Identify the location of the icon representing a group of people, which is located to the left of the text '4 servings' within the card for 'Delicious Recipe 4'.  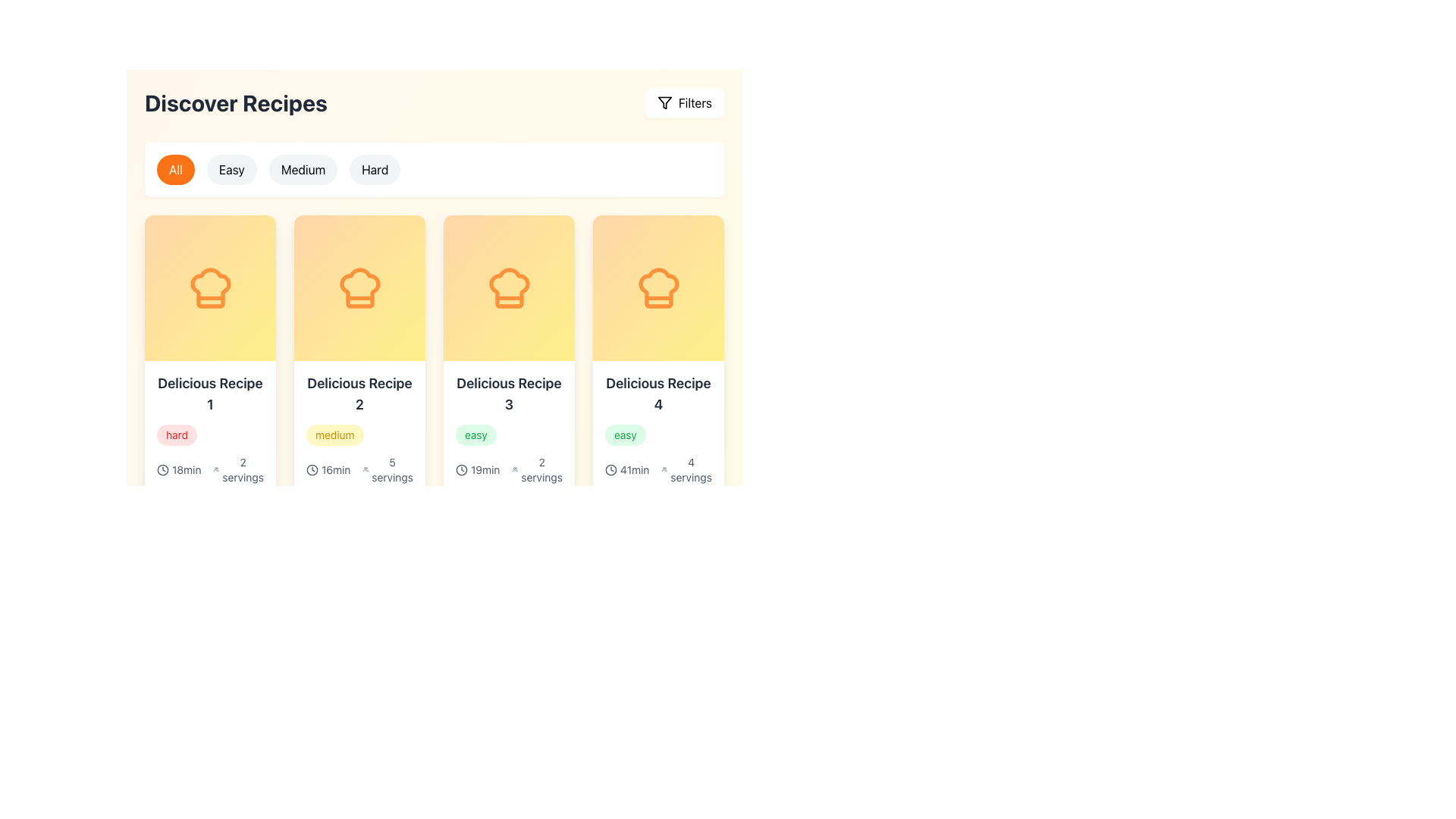
(664, 469).